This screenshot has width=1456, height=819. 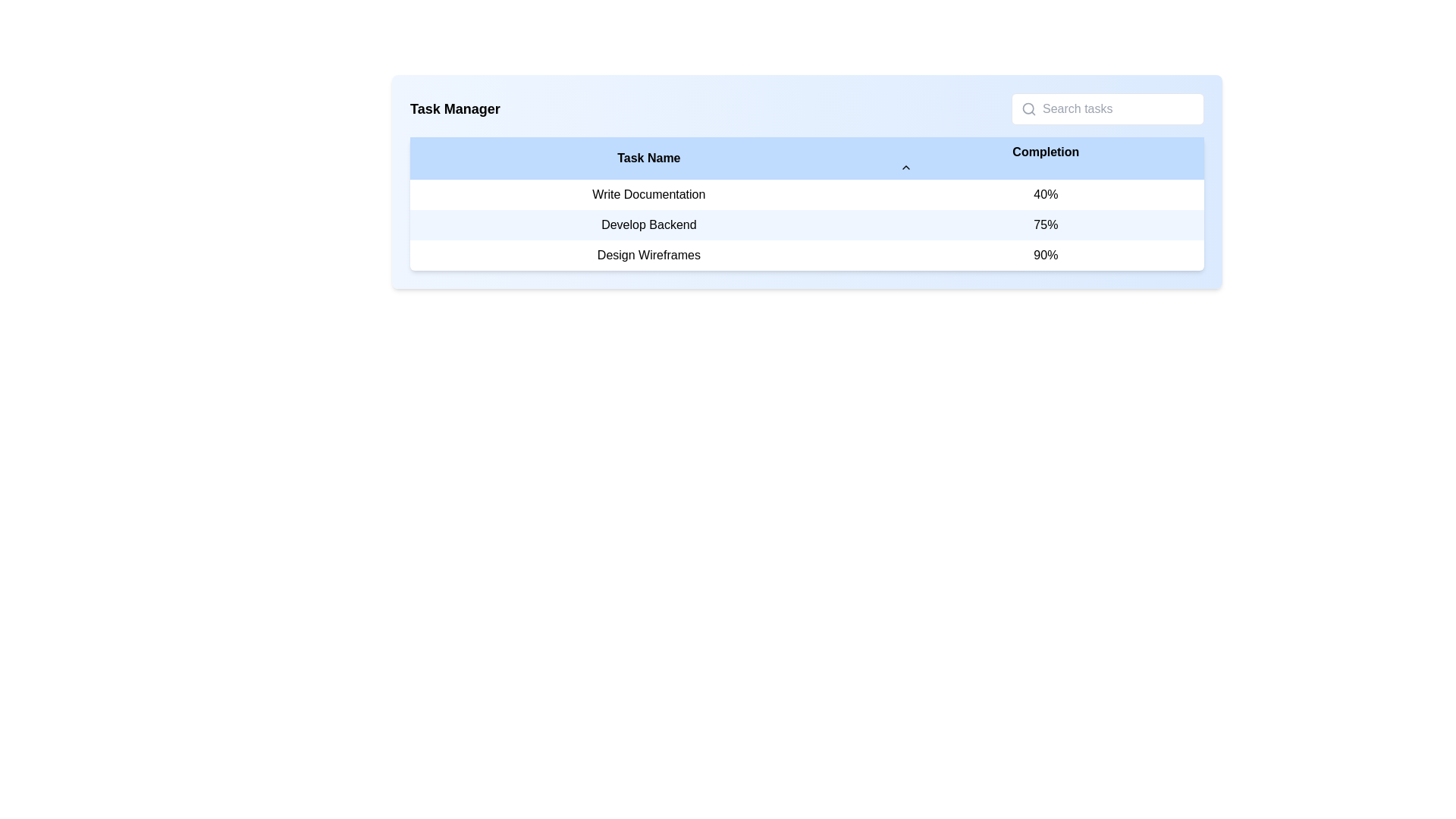 I want to click on the search icon represented by a magnifying glass shape, located to the left of the 'Search tasks' input field in the top-right portion of the page, so click(x=1029, y=108).